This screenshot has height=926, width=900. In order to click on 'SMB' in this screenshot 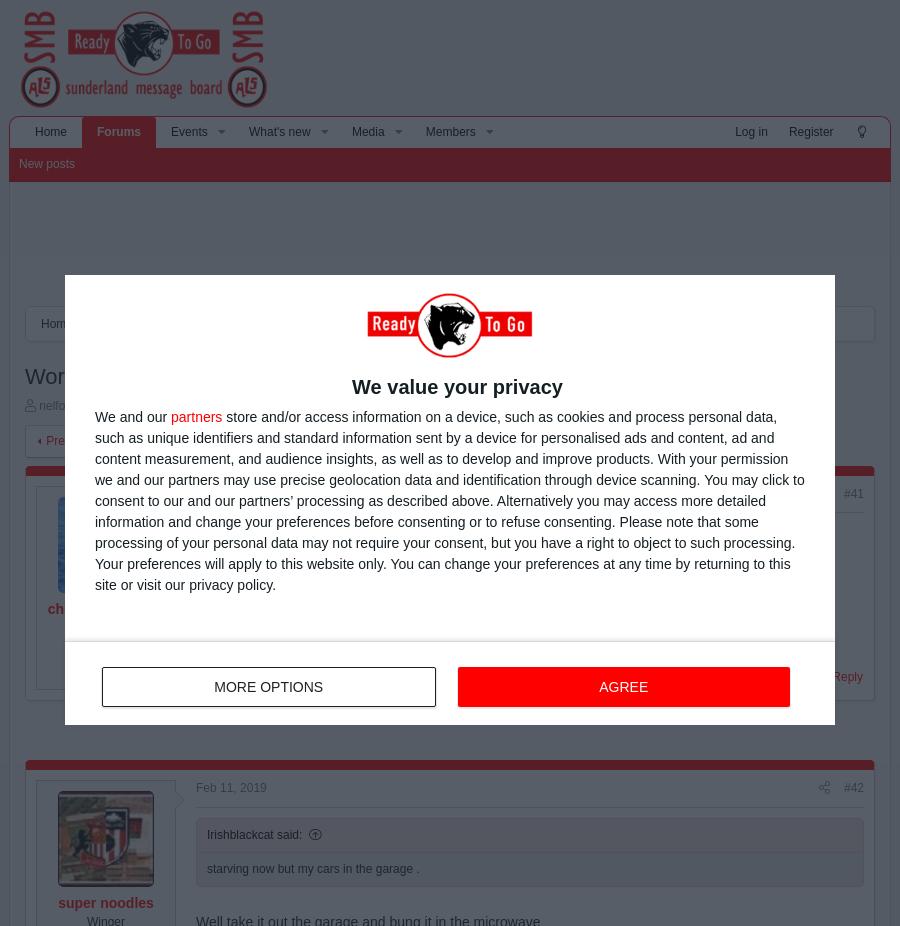, I will do `click(332, 324)`.